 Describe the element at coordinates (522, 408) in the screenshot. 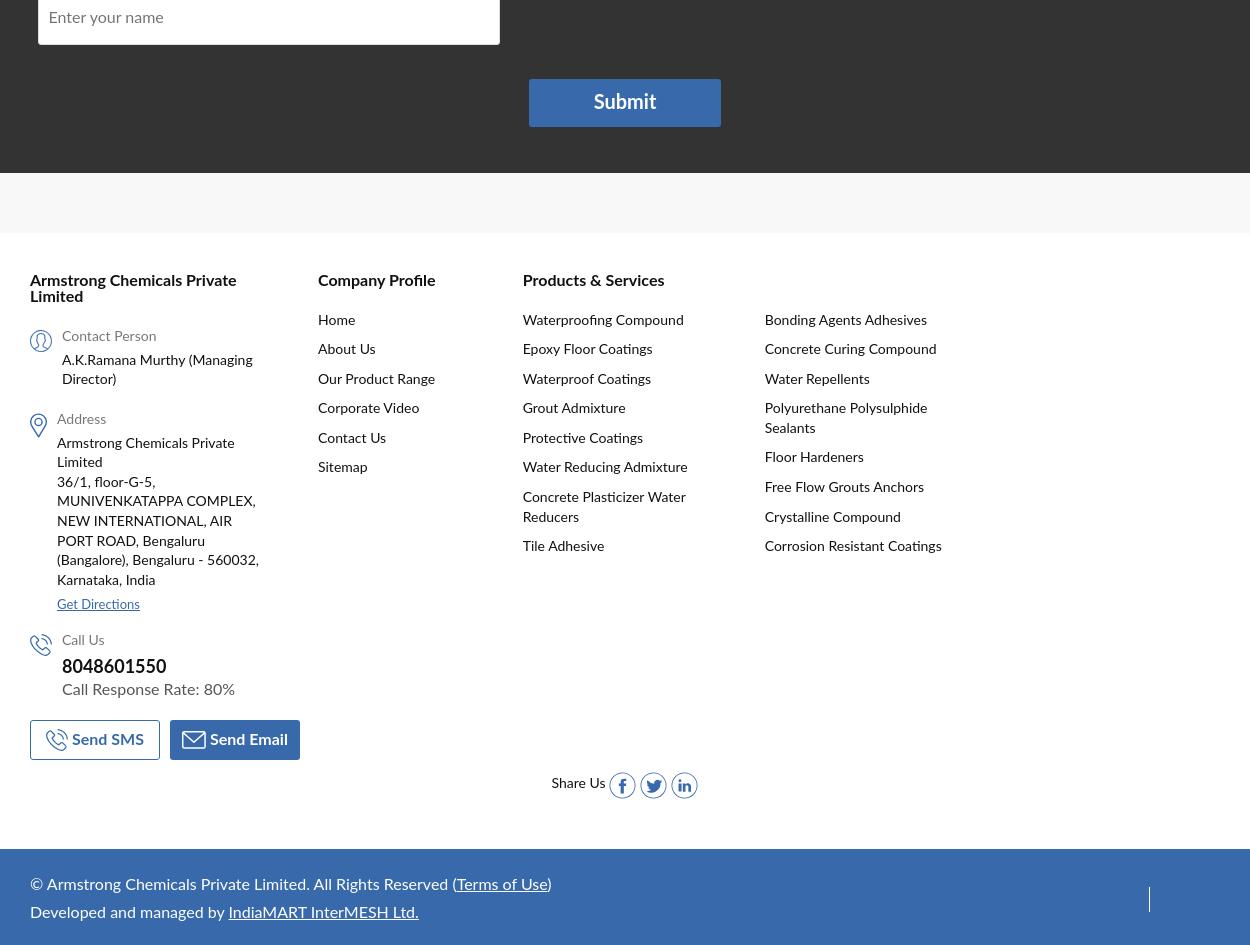

I see `'Grout Admixture'` at that location.